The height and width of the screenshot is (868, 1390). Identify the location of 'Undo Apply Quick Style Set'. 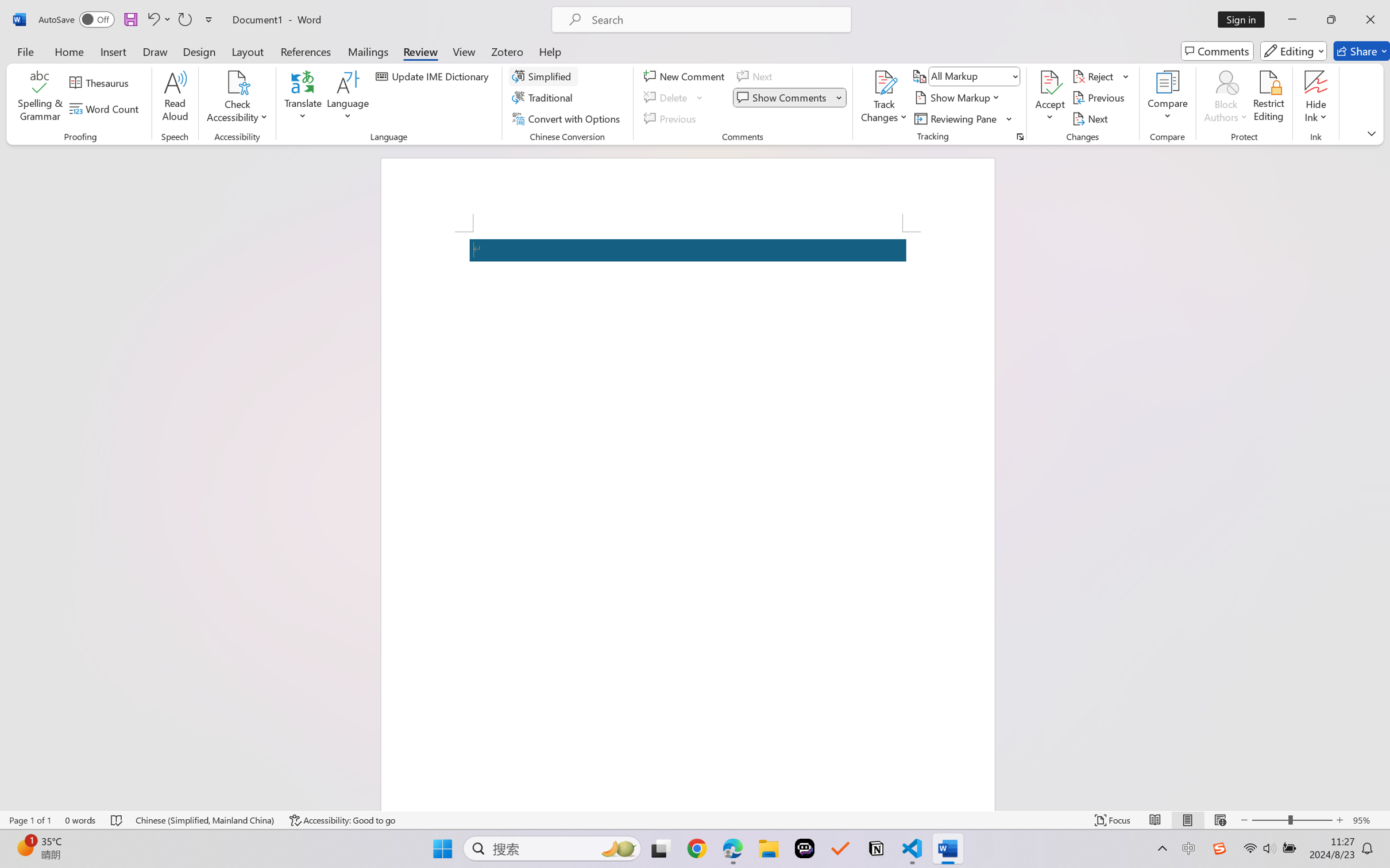
(152, 19).